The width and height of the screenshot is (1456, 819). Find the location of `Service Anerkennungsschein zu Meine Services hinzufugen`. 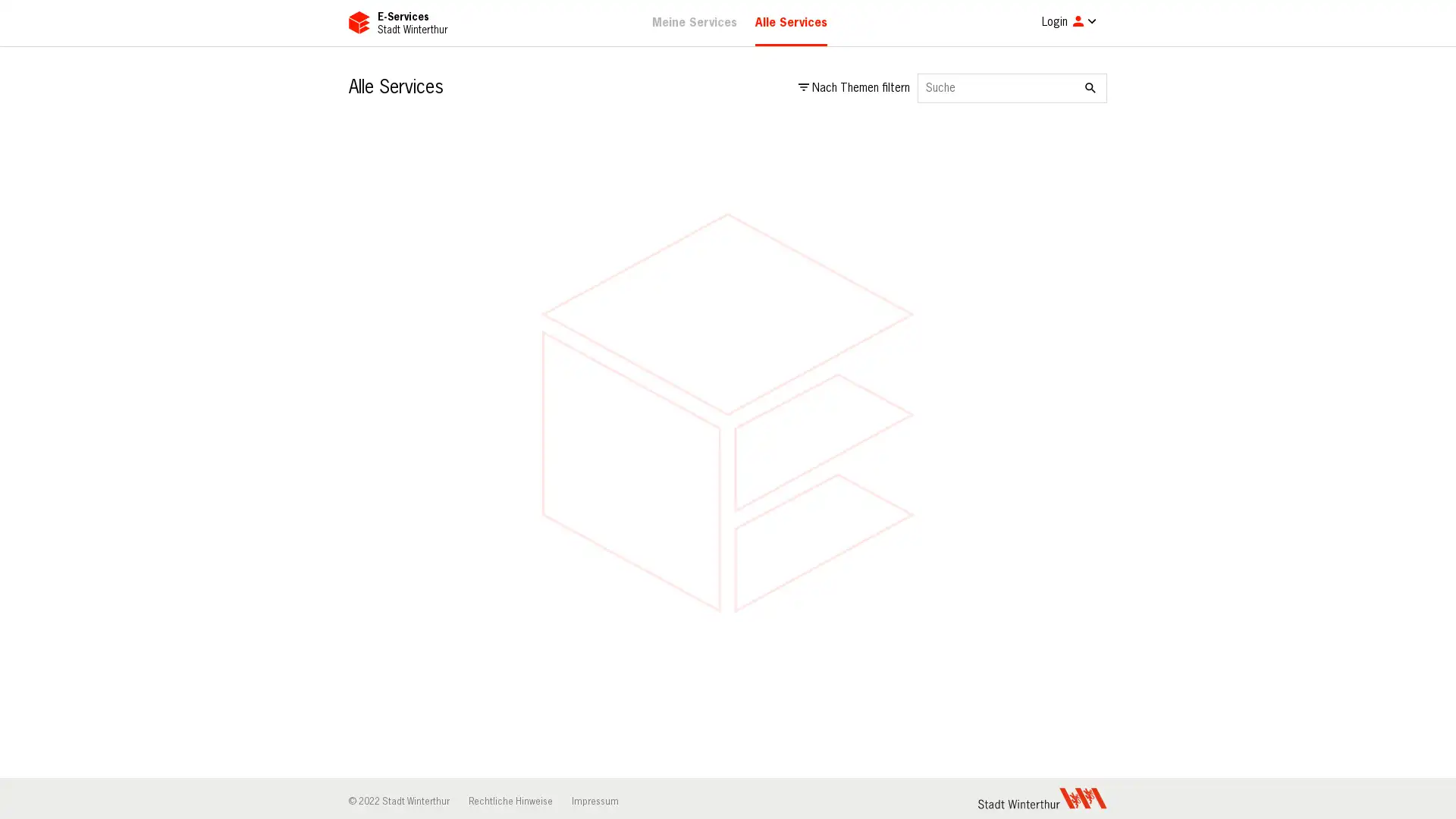

Service Anerkennungsschein zu Meine Services hinzufugen is located at coordinates (826, 314).